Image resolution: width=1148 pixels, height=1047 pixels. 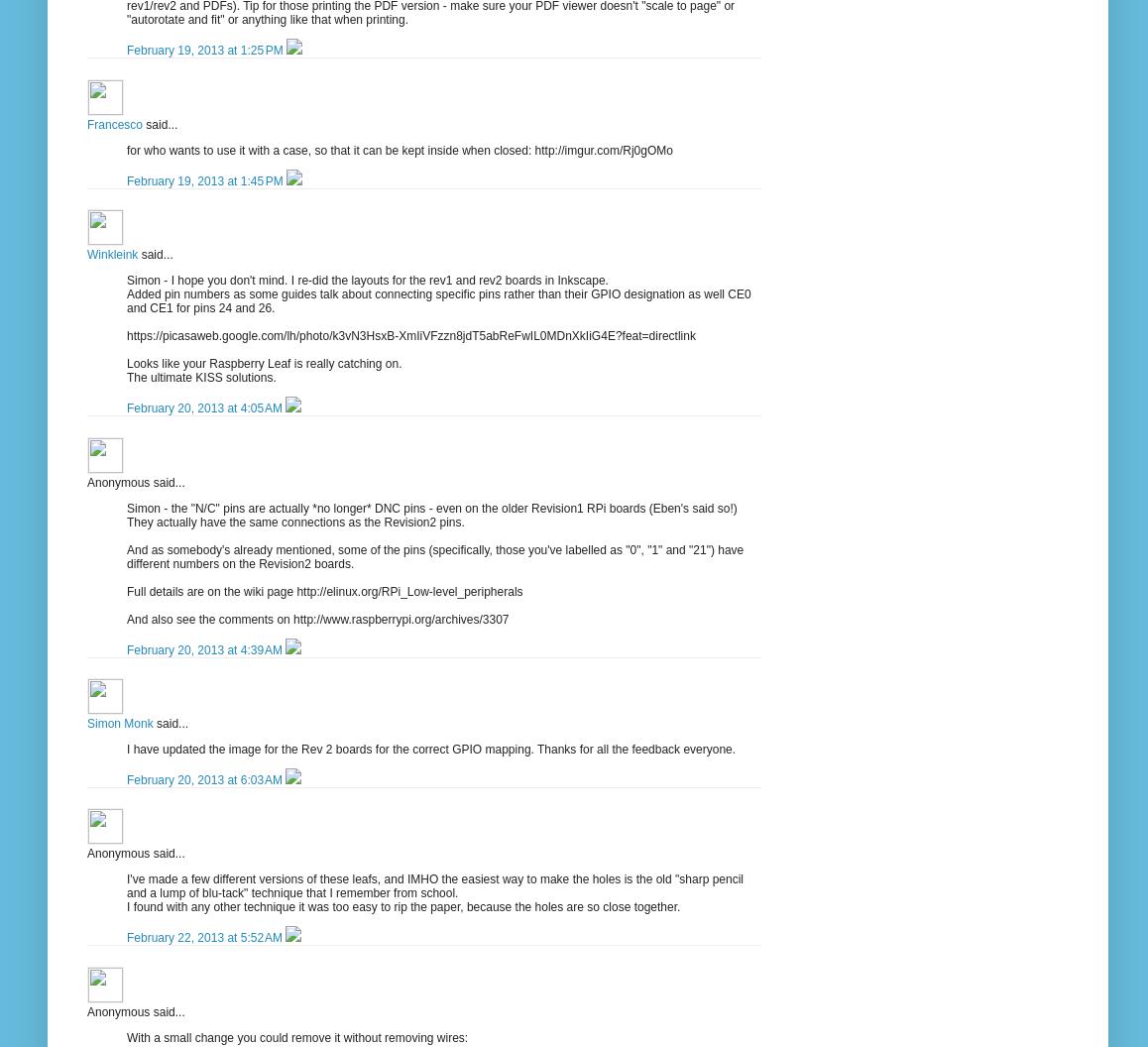 What do you see at coordinates (200, 377) in the screenshot?
I see `'The ultimate KISS solutions.'` at bounding box center [200, 377].